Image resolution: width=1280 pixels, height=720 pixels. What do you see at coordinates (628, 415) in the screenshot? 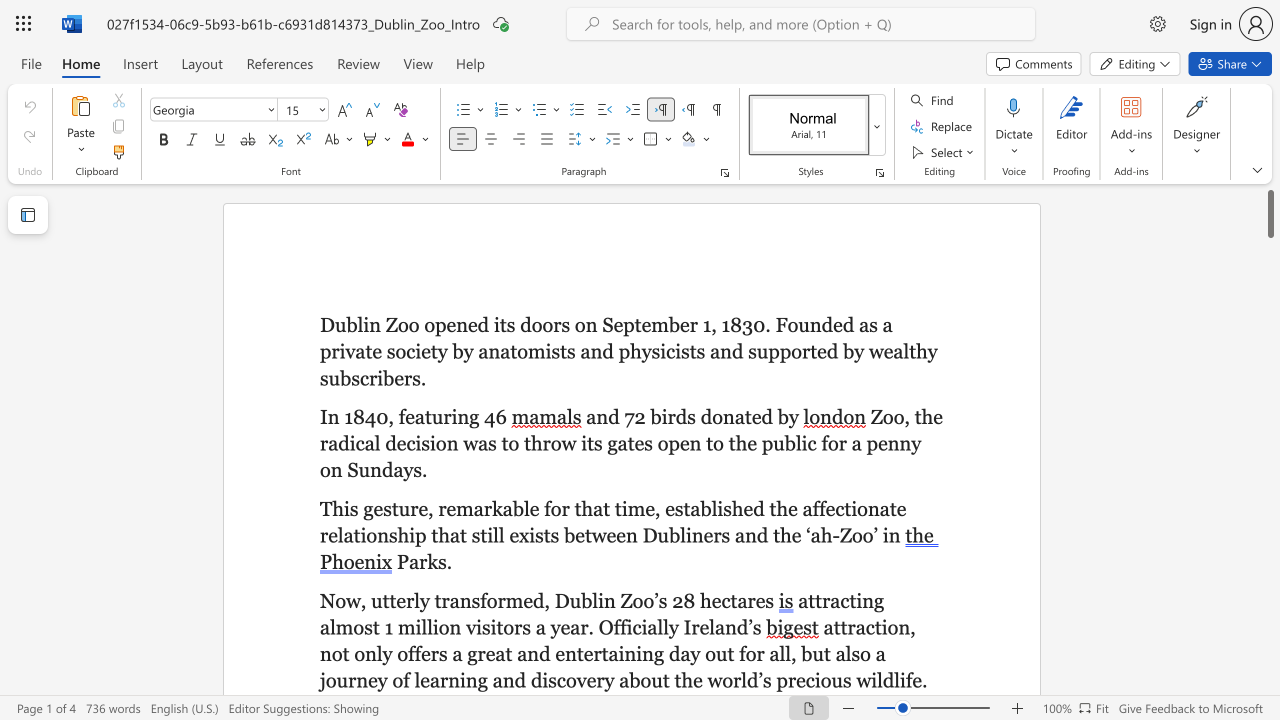
I see `the 1th character "7" in the text` at bounding box center [628, 415].